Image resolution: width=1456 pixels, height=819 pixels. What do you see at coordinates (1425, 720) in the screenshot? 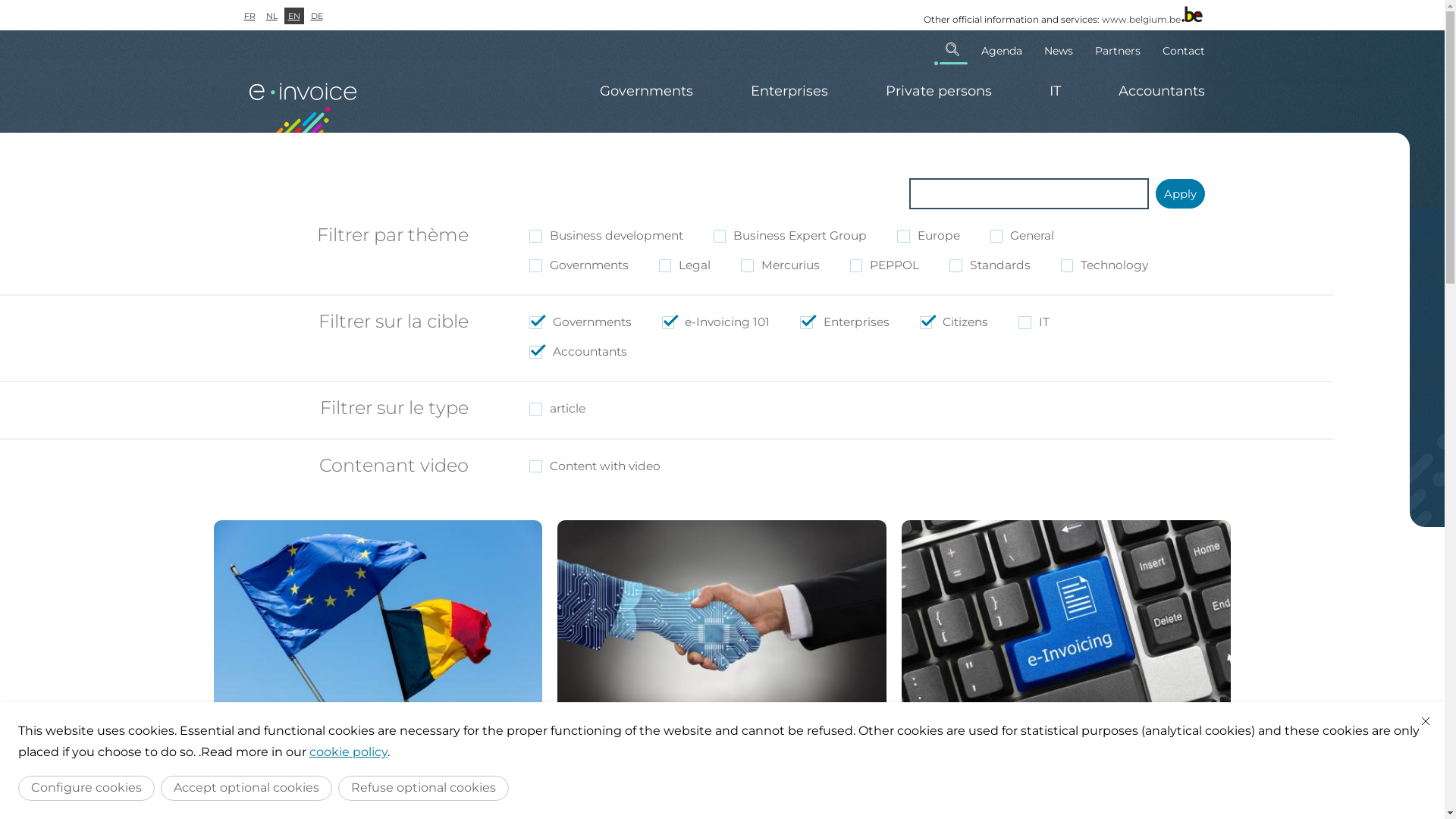
I see `'Close'` at bounding box center [1425, 720].